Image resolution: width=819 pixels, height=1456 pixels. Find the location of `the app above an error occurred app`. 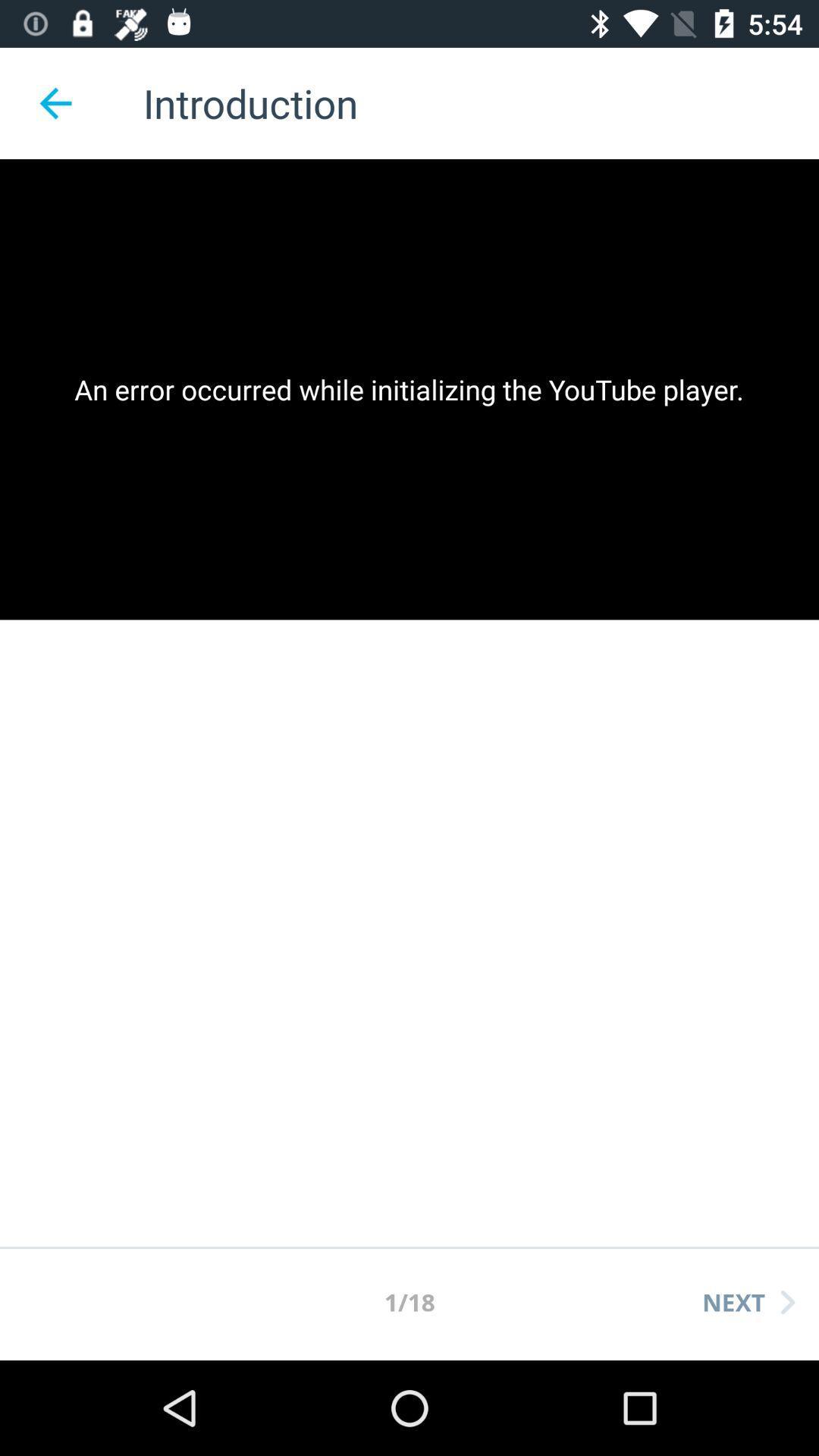

the app above an error occurred app is located at coordinates (55, 102).